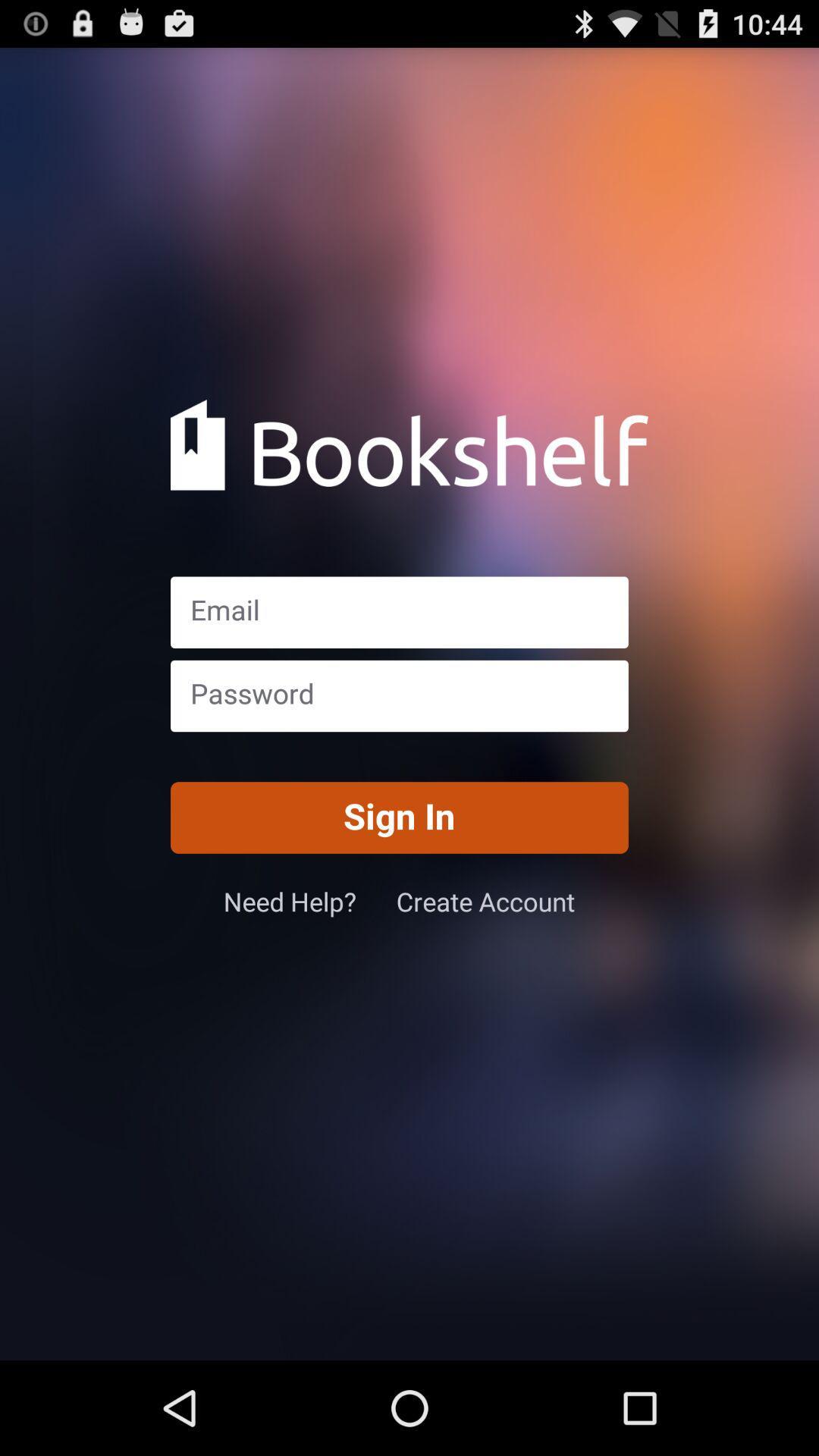 This screenshot has width=819, height=1456. What do you see at coordinates (485, 901) in the screenshot?
I see `the create account button` at bounding box center [485, 901].